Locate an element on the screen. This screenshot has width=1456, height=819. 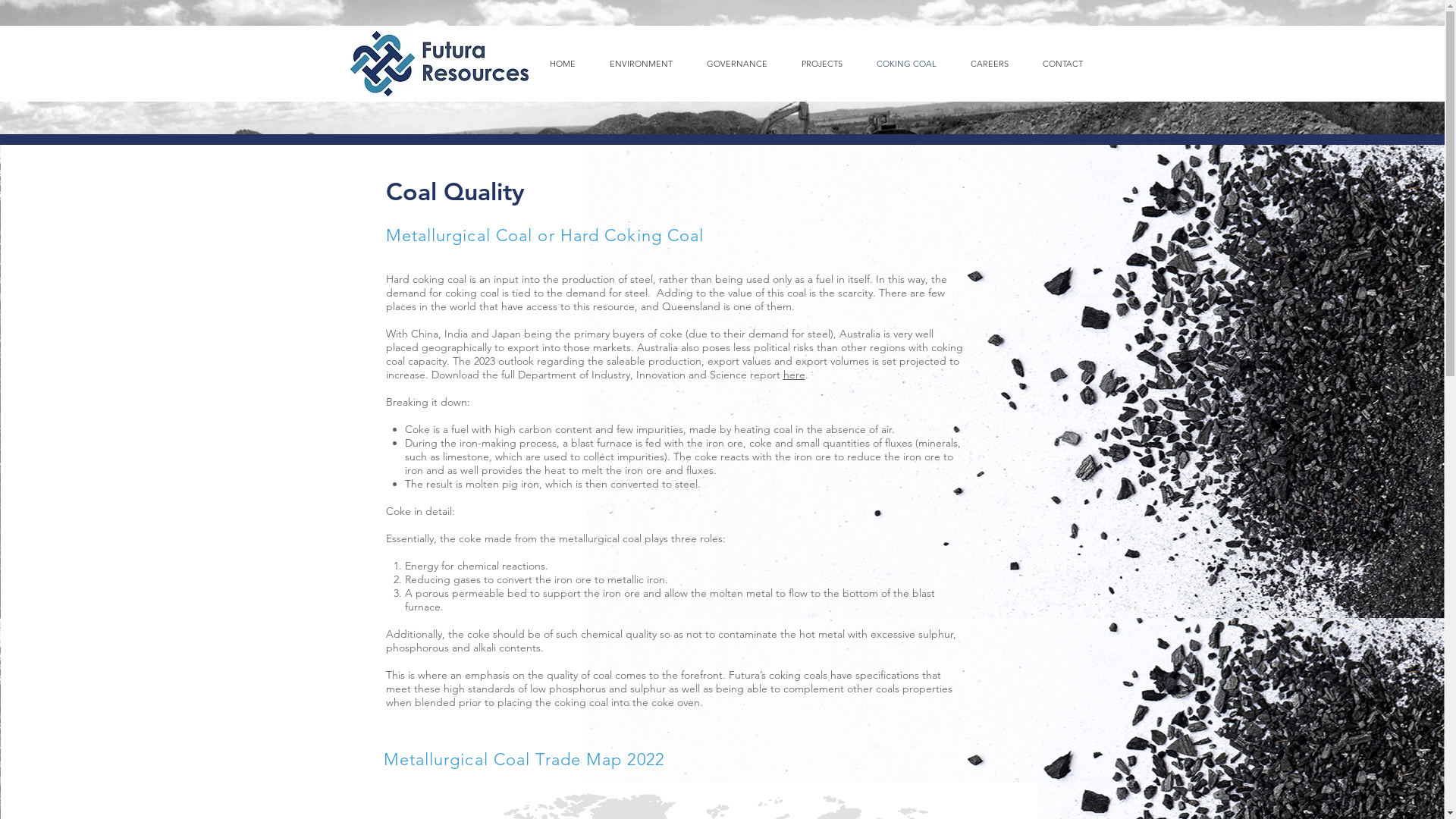
'HOME' is located at coordinates (562, 63).